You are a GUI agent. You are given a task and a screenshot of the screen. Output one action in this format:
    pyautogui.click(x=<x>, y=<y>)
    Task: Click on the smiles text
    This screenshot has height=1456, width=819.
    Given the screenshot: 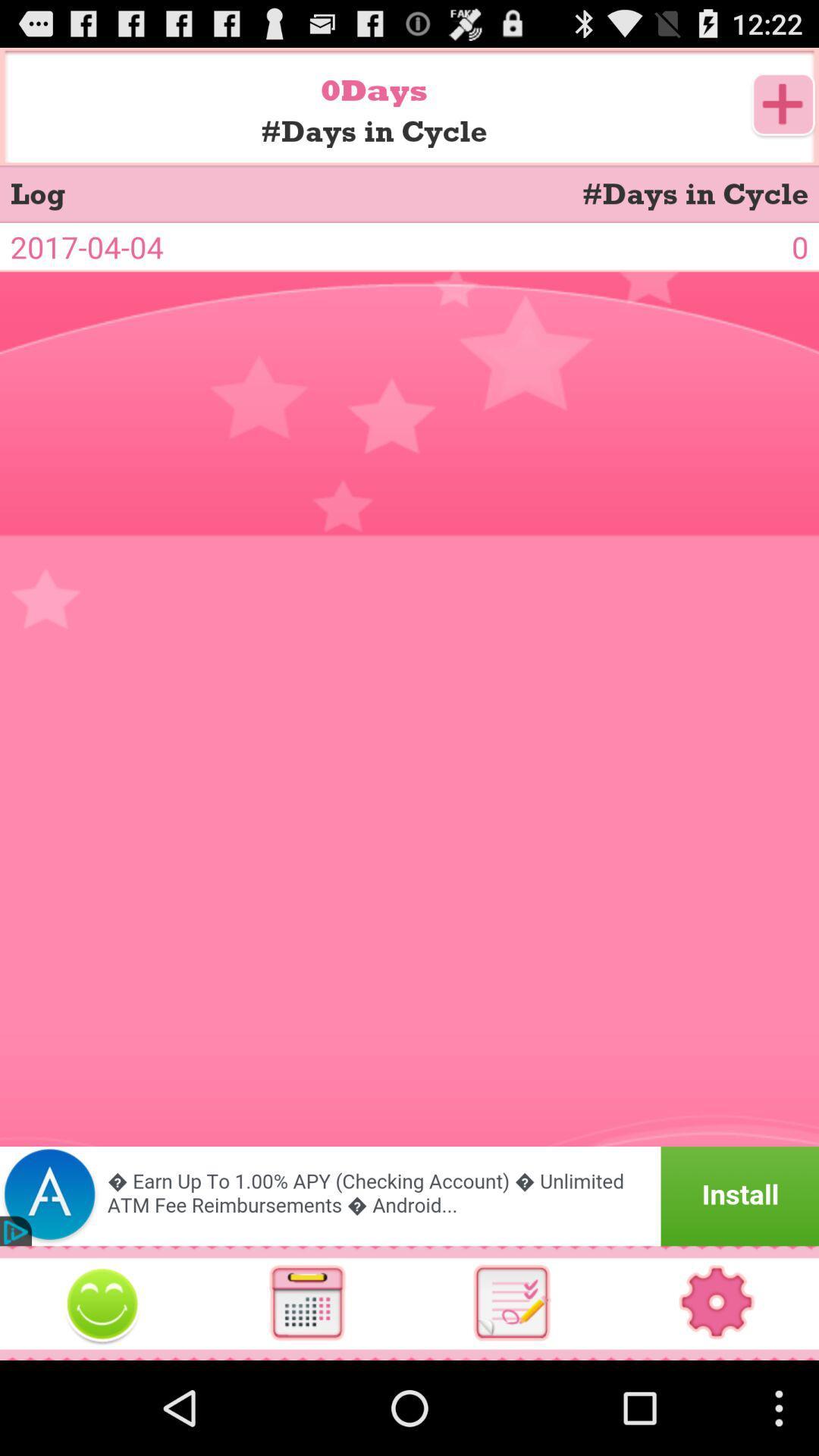 What is the action you would take?
    pyautogui.click(x=102, y=1302)
    